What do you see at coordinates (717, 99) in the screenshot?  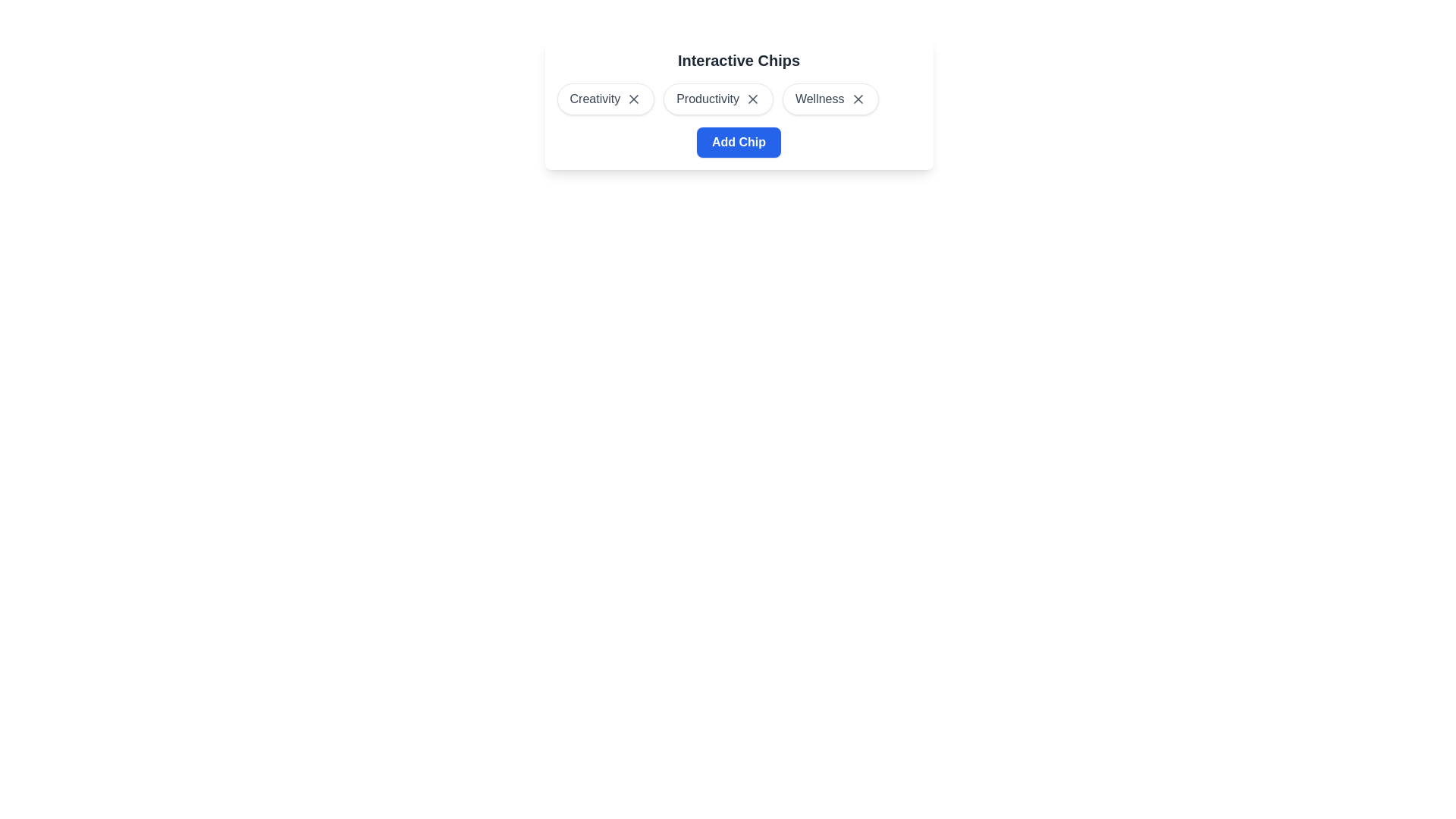 I see `the 'X' icon of the second selectable chip` at bounding box center [717, 99].